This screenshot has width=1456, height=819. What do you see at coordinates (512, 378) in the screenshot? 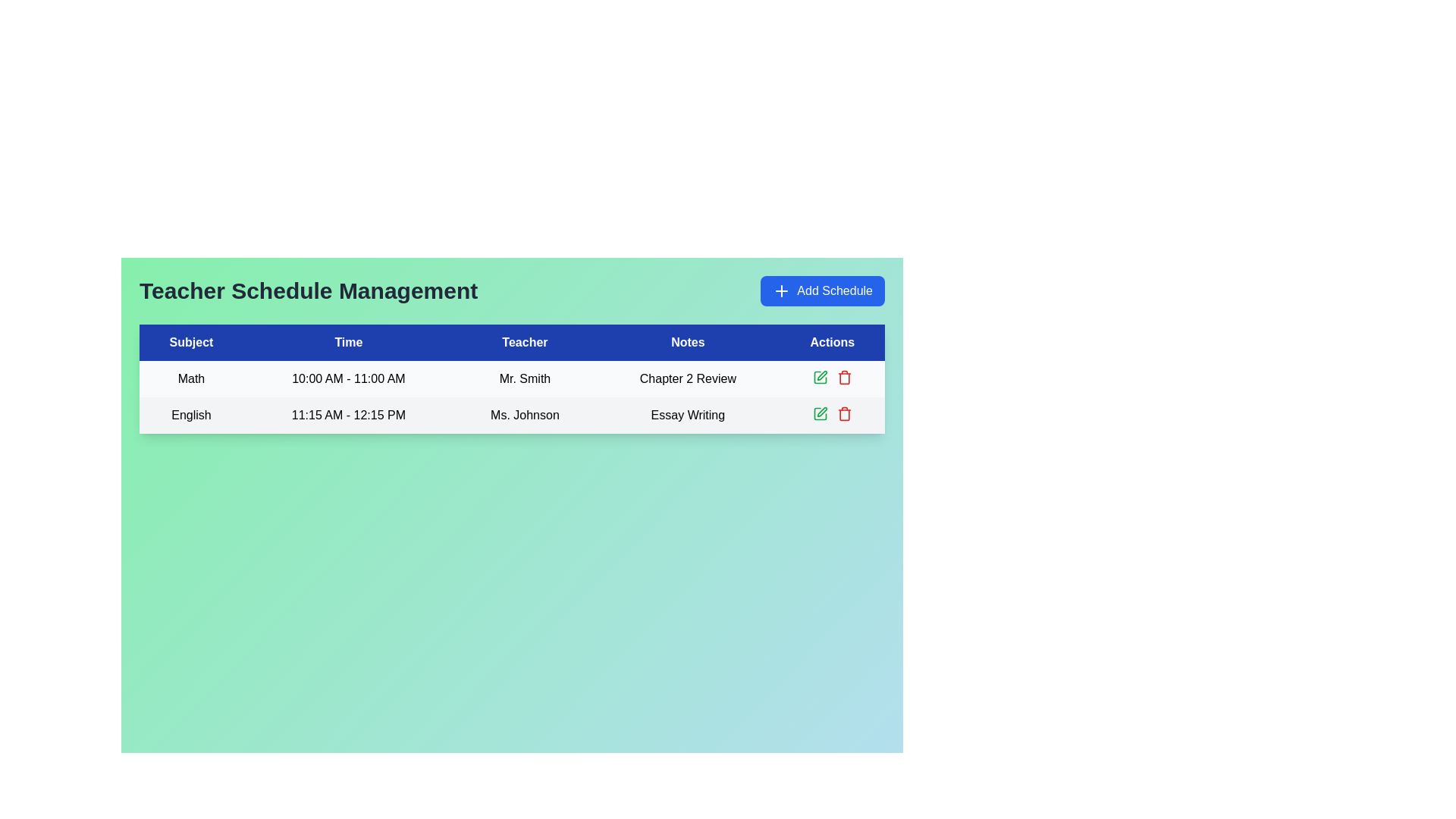
I see `teacher's name displayed as 'Mr. Smith' in the third column of the schedule table under the 'Teacher' header` at bounding box center [512, 378].